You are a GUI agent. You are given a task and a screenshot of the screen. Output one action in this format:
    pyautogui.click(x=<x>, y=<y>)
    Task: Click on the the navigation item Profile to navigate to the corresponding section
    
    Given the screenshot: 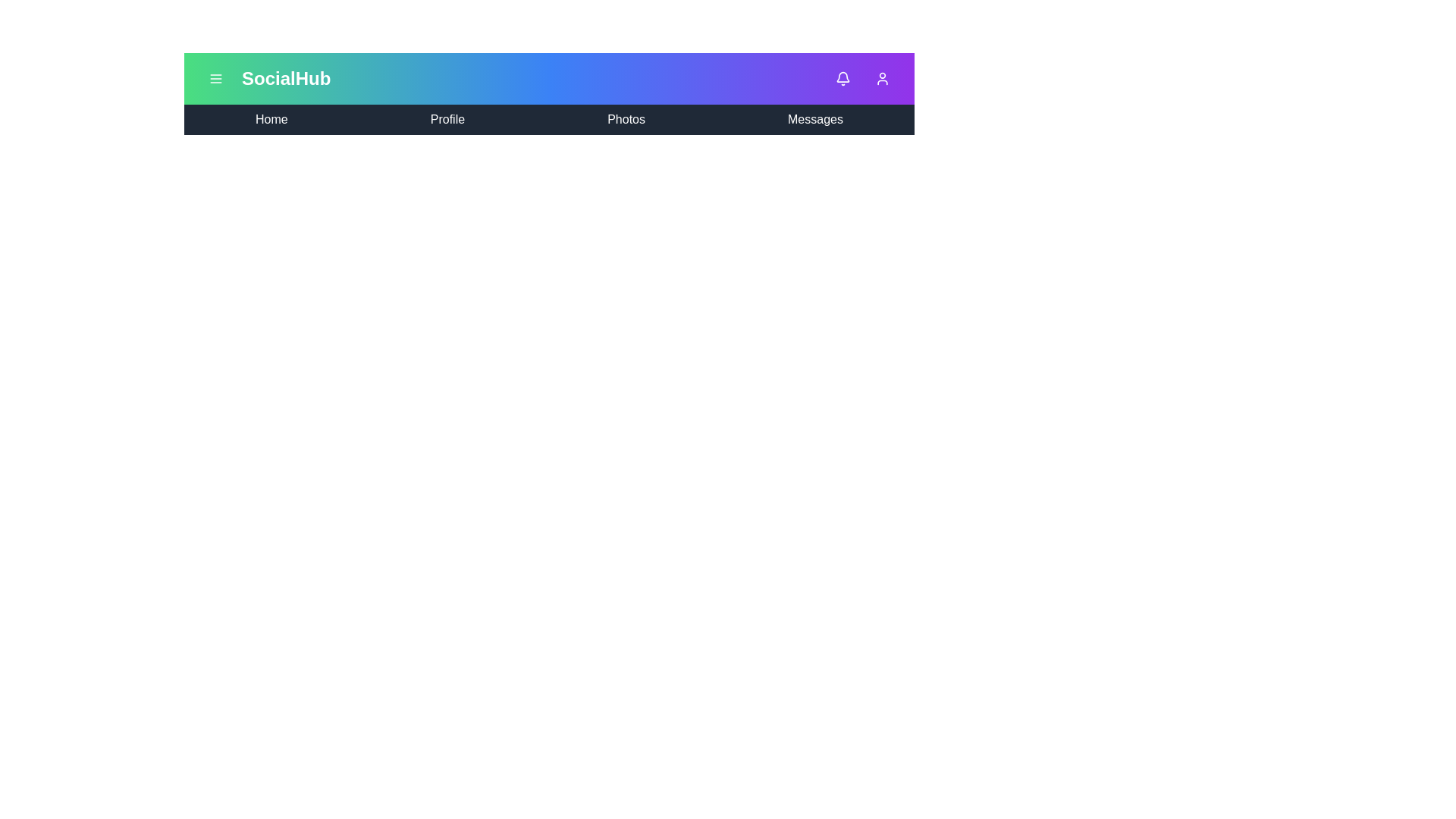 What is the action you would take?
    pyautogui.click(x=447, y=119)
    